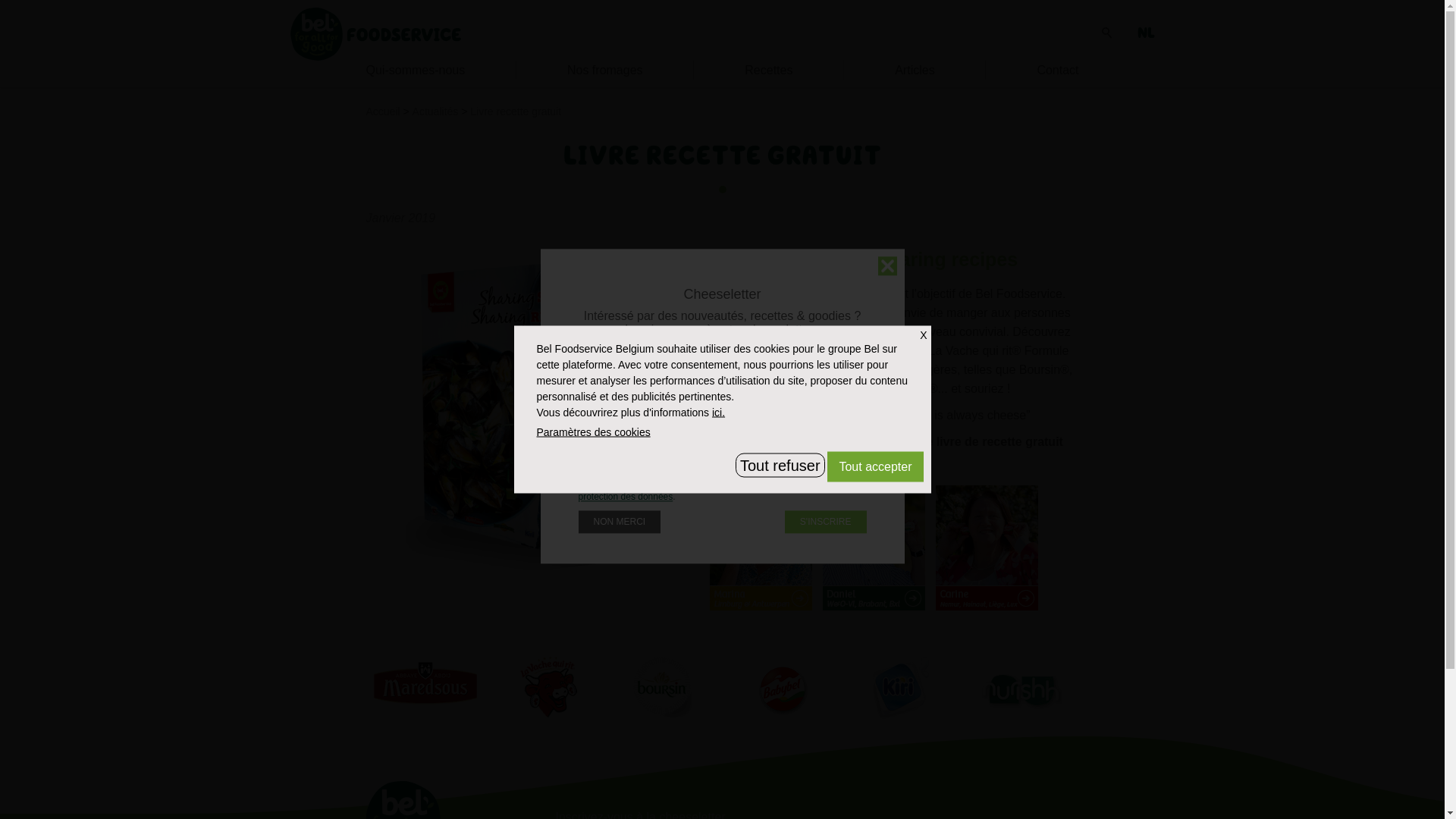  What do you see at coordinates (1146, 33) in the screenshot?
I see `'NL'` at bounding box center [1146, 33].